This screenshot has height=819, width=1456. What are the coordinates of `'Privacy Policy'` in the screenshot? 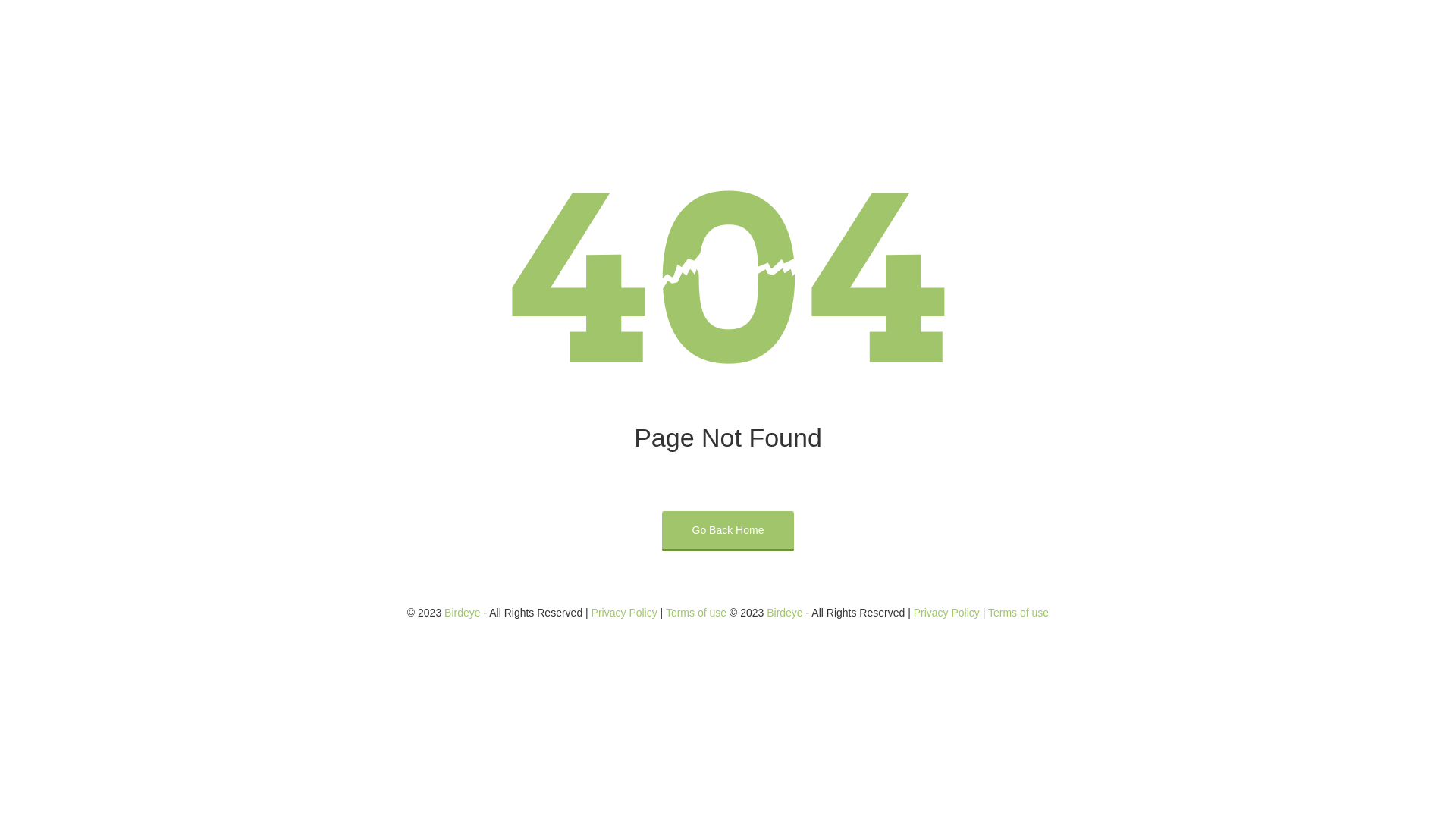 It's located at (590, 611).